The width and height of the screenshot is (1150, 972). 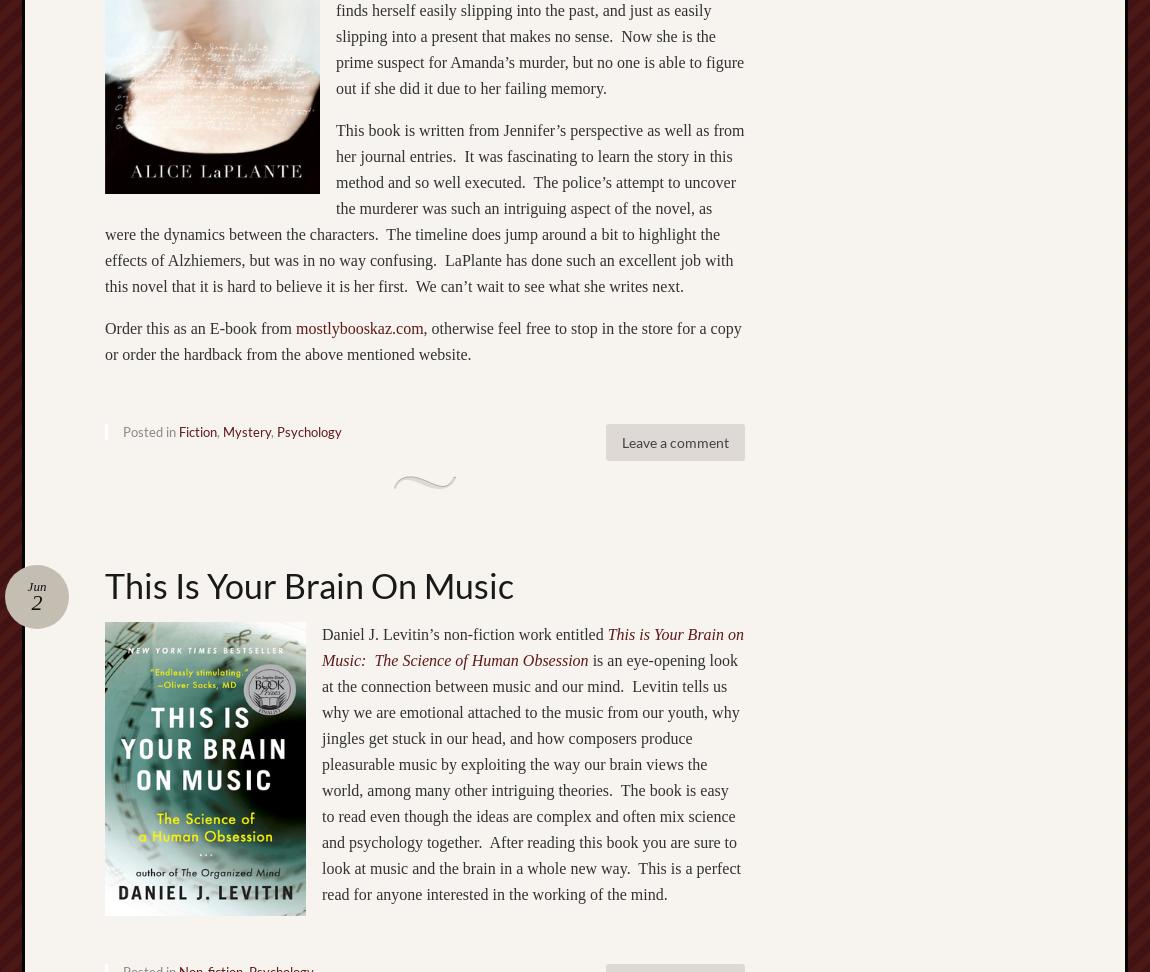 What do you see at coordinates (197, 429) in the screenshot?
I see `'Fiction'` at bounding box center [197, 429].